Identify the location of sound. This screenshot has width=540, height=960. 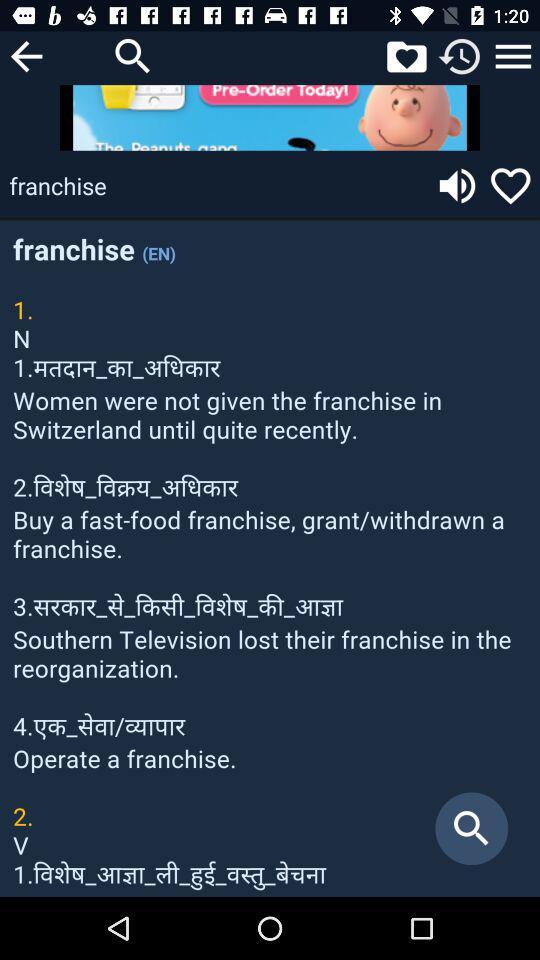
(457, 185).